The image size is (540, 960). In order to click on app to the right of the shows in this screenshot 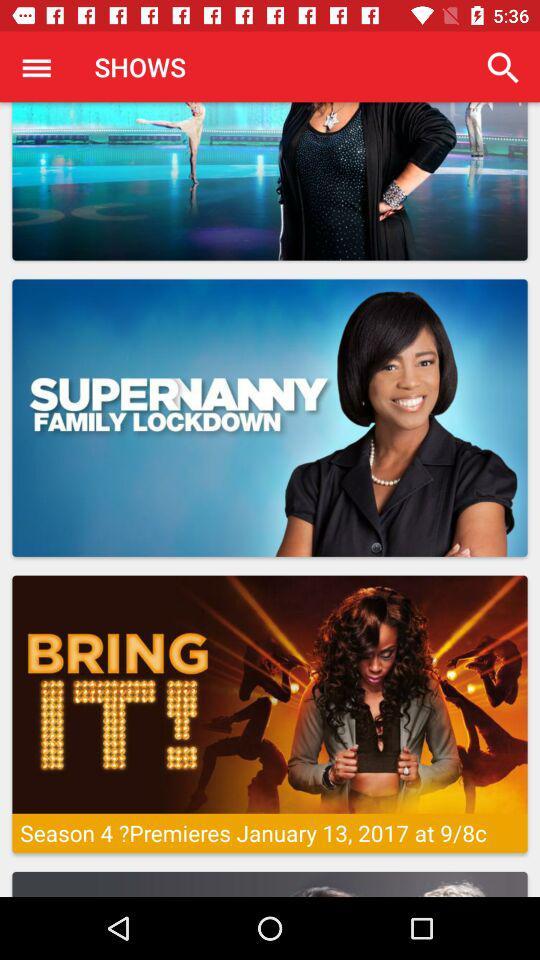, I will do `click(502, 67)`.